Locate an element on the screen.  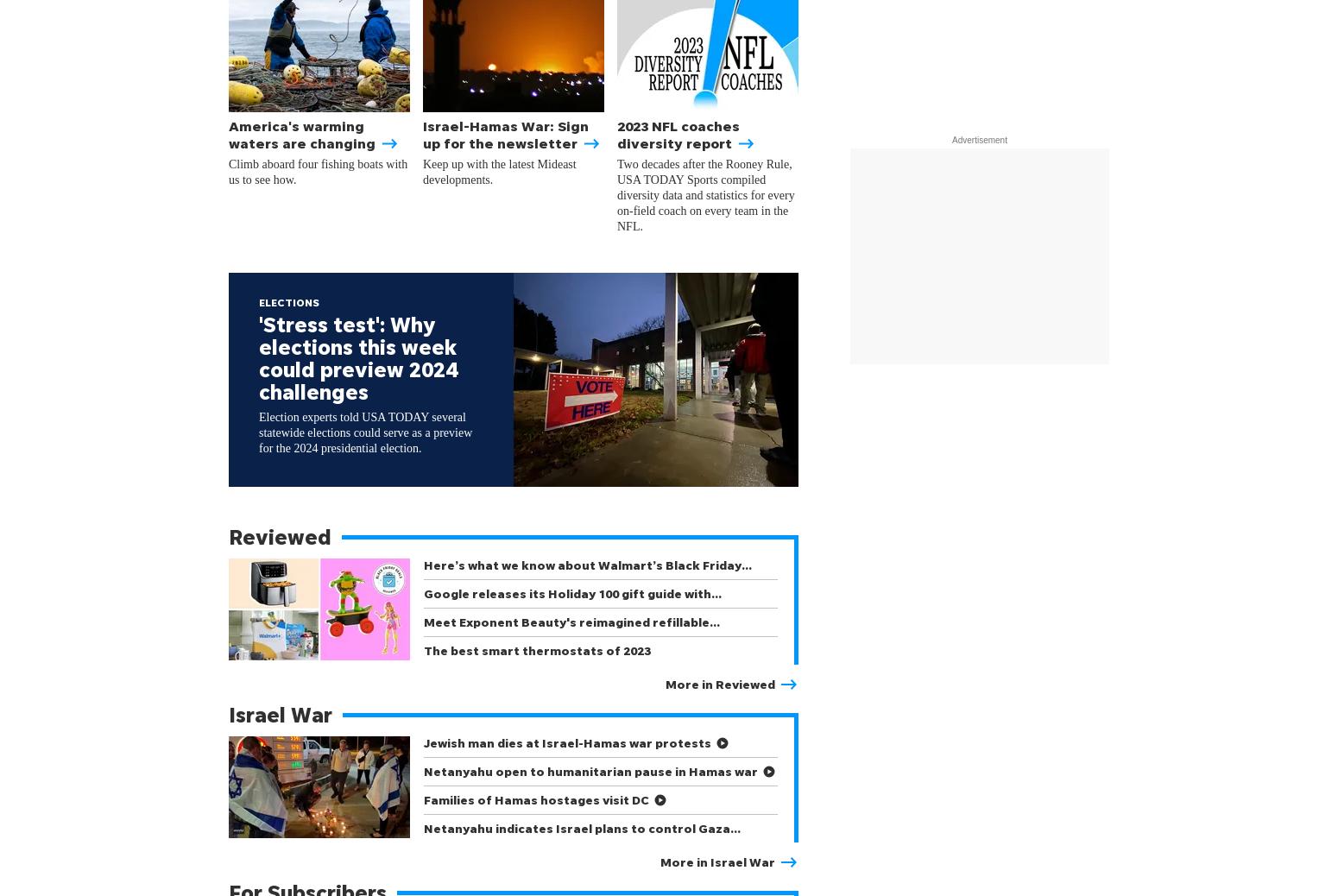
'Netanyahu open to humanitarian pause in Hamas war' is located at coordinates (590, 771).